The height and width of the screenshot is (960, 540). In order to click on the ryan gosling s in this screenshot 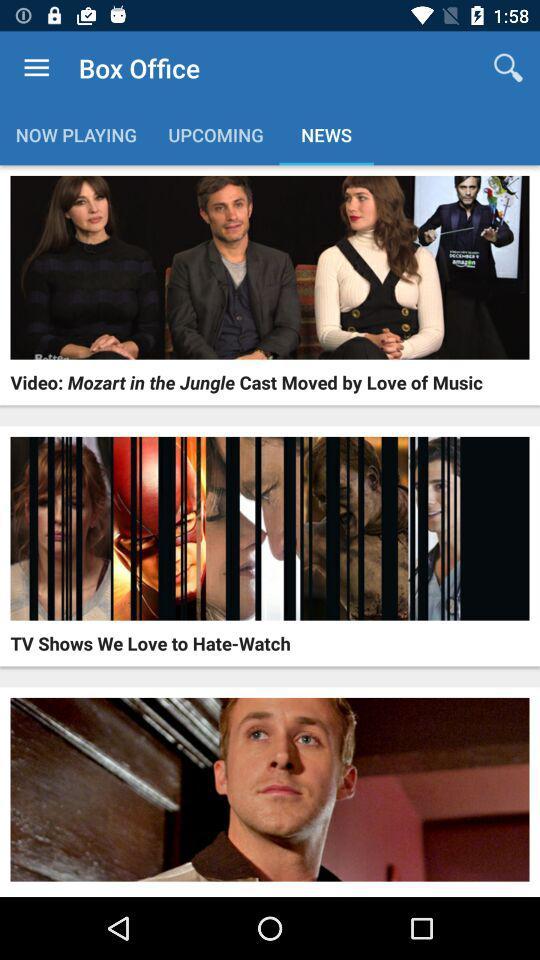, I will do `click(135, 893)`.